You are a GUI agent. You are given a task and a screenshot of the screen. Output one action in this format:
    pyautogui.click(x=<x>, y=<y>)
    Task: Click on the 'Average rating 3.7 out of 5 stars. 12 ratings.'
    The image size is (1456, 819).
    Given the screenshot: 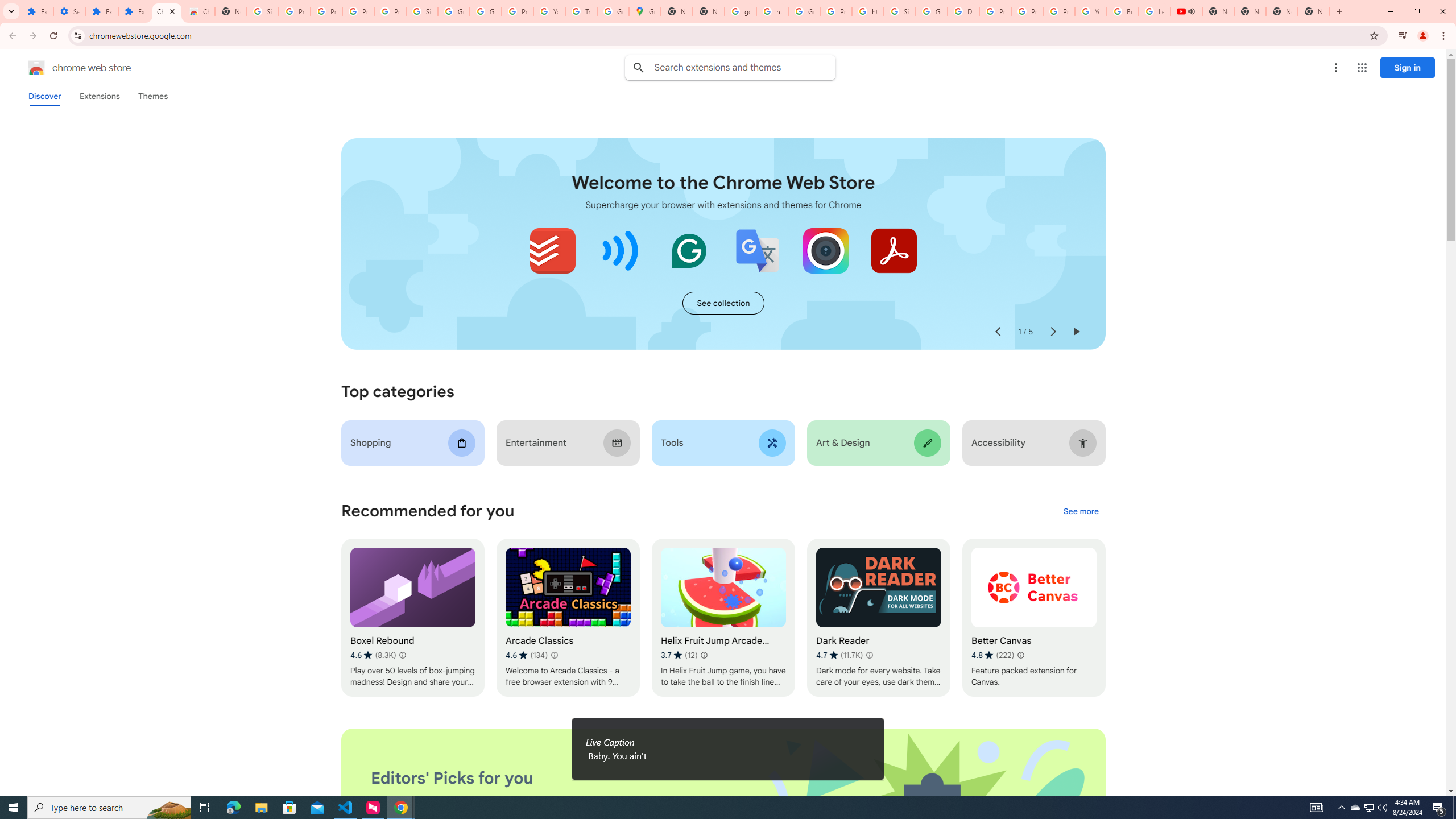 What is the action you would take?
    pyautogui.click(x=679, y=655)
    